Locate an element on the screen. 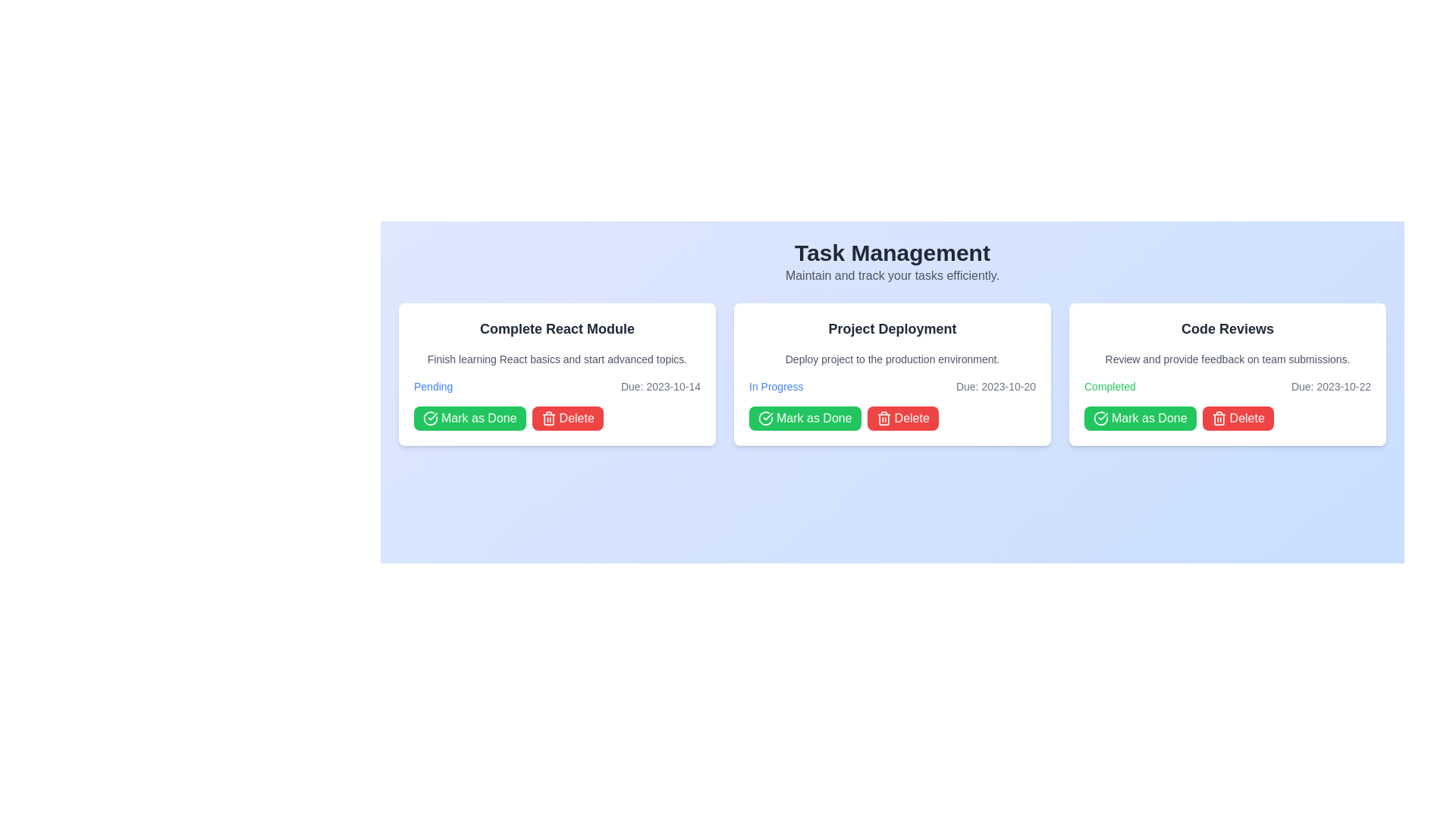  the text display component titled 'Task Management' with the subtitle 'Maintain and track your tasks efficiently.' which is prominently located at the top of the page is located at coordinates (892, 262).